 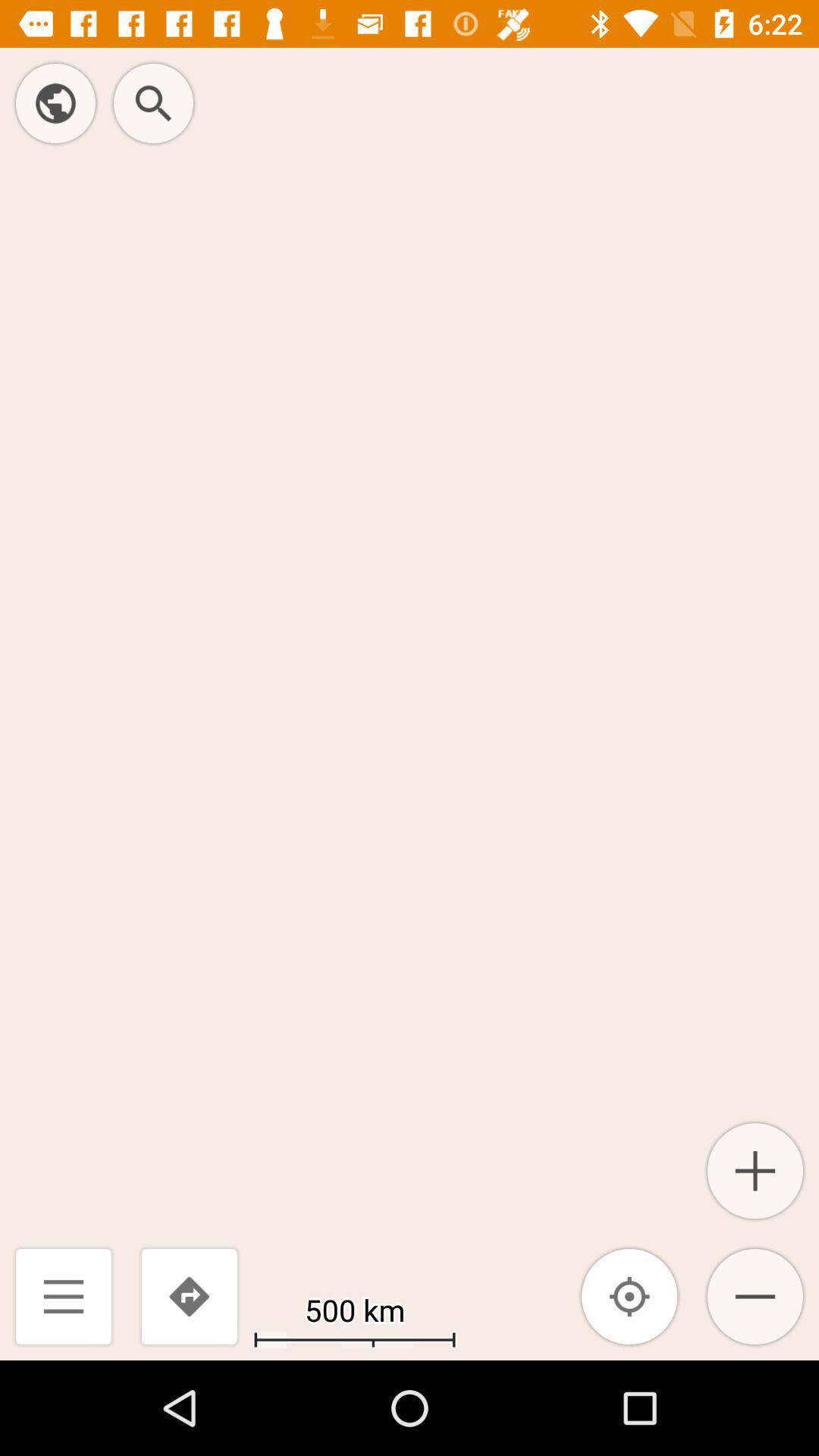 I want to click on the redo icon, so click(x=188, y=1295).